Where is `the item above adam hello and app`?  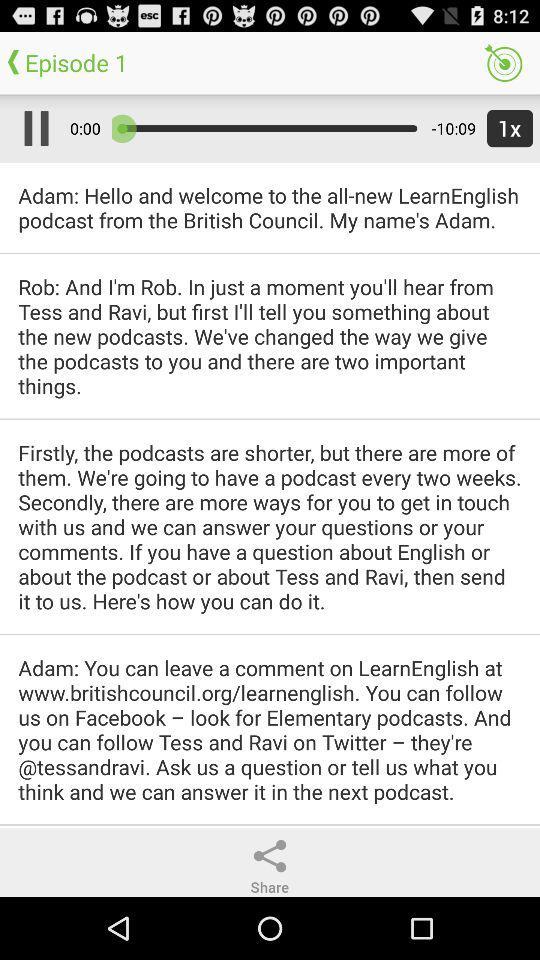
the item above adam hello and app is located at coordinates (31, 127).